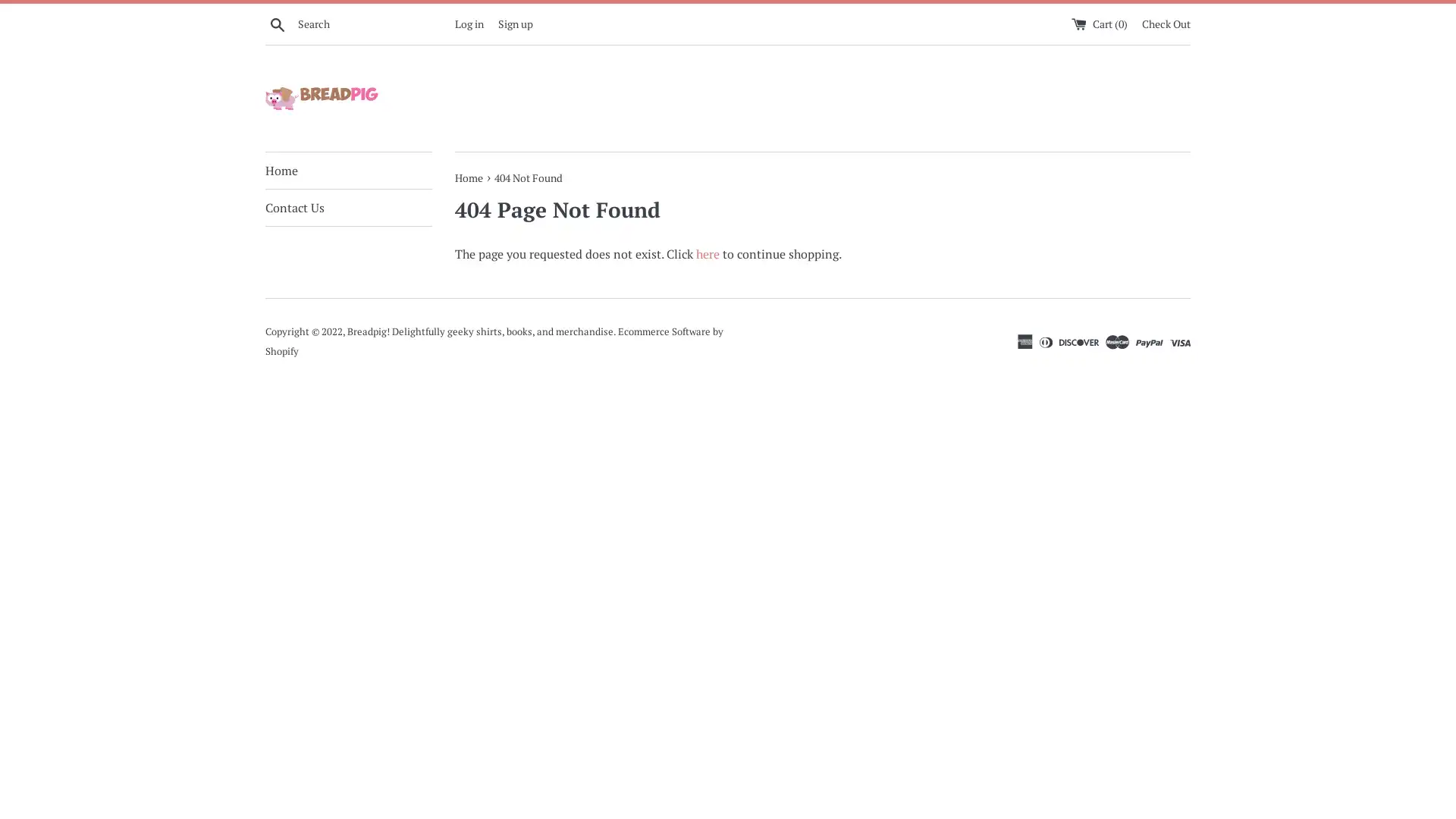 The height and width of the screenshot is (819, 1456). Describe the element at coordinates (277, 23) in the screenshot. I see `Search` at that location.